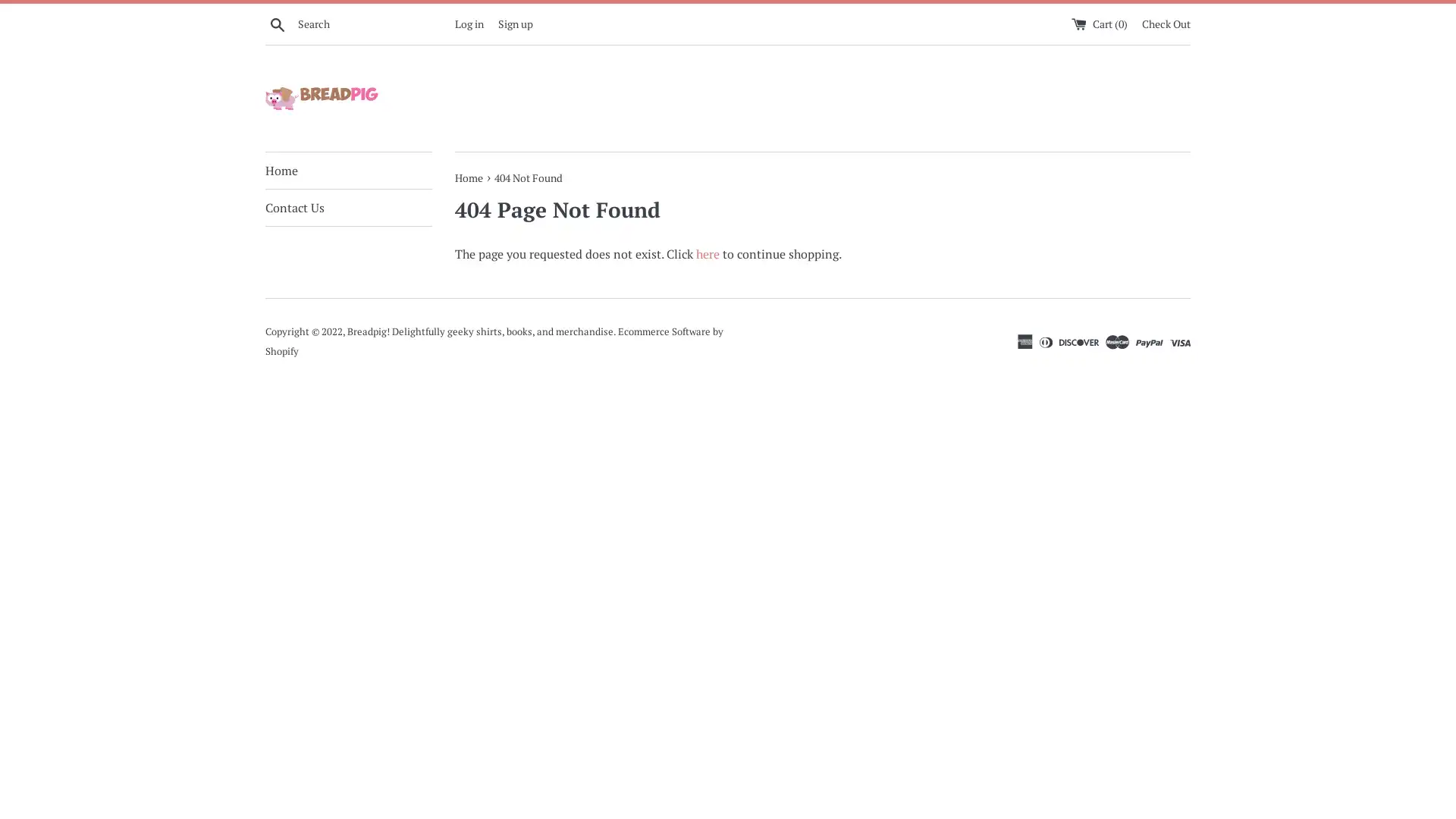 The height and width of the screenshot is (819, 1456). Describe the element at coordinates (277, 23) in the screenshot. I see `Search` at that location.